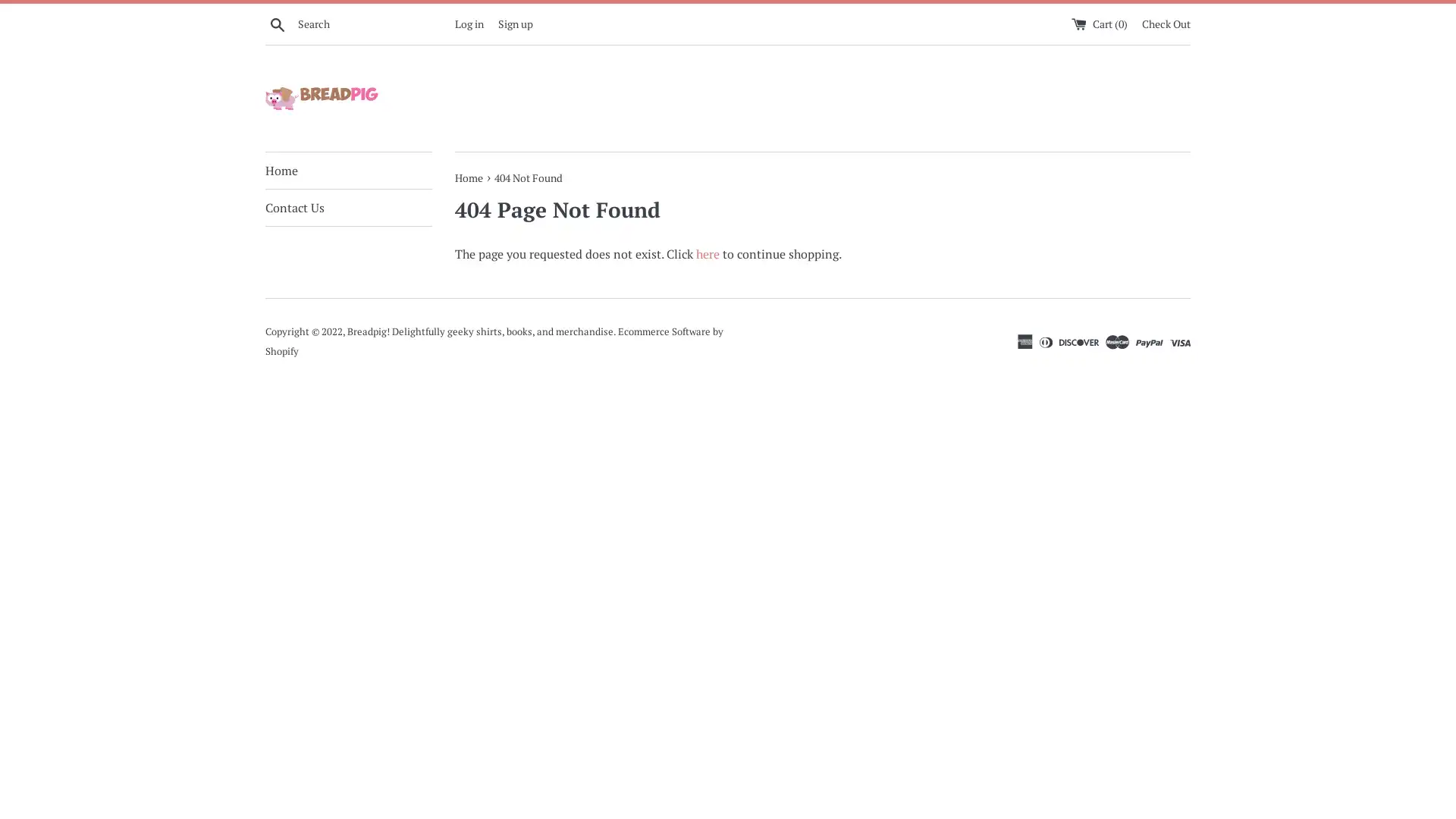 The height and width of the screenshot is (819, 1456). Describe the element at coordinates (277, 23) in the screenshot. I see `Search` at that location.